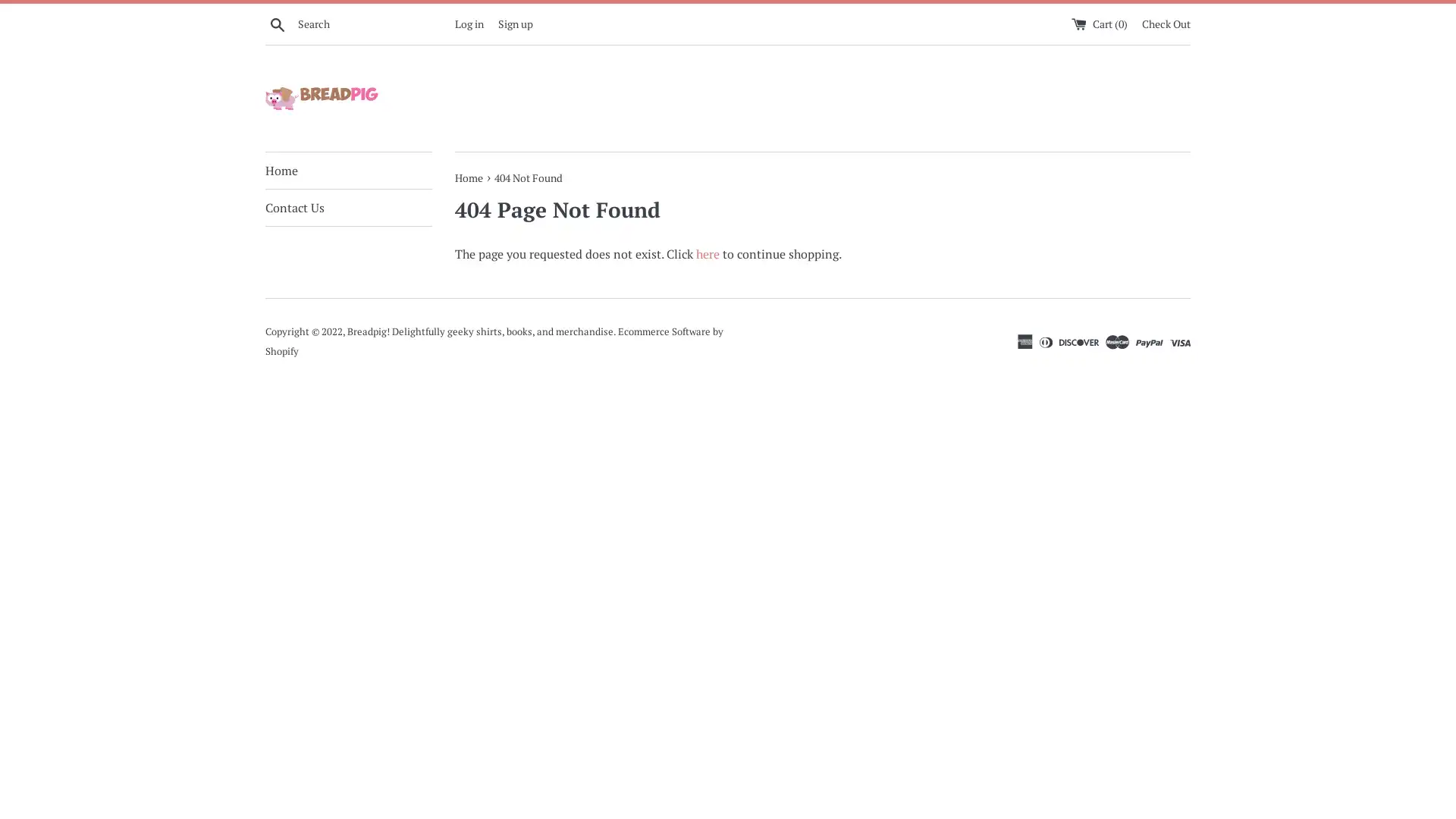 The height and width of the screenshot is (819, 1456). Describe the element at coordinates (277, 23) in the screenshot. I see `Search` at that location.